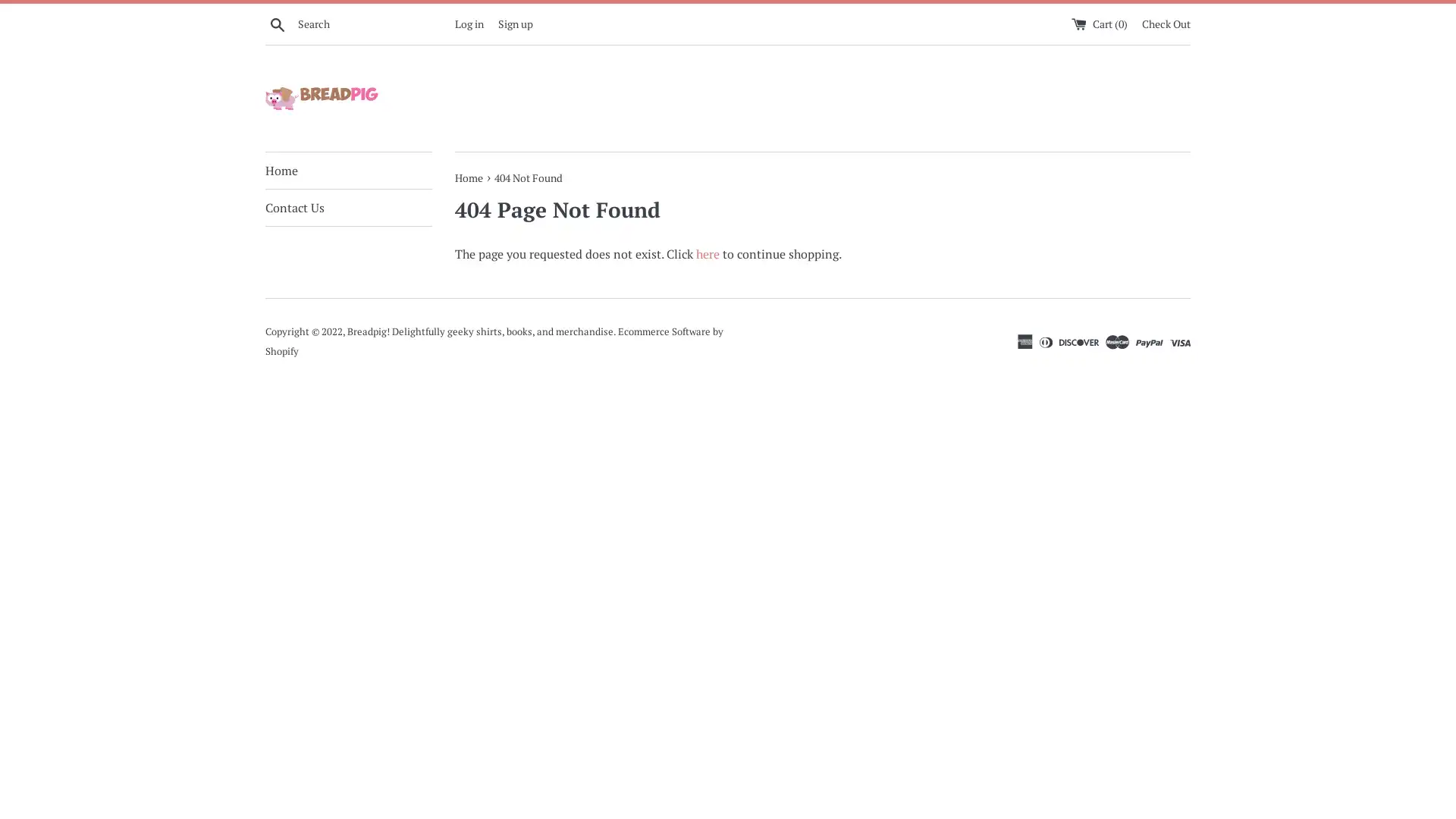 The height and width of the screenshot is (819, 1456). Describe the element at coordinates (277, 23) in the screenshot. I see `Search` at that location.